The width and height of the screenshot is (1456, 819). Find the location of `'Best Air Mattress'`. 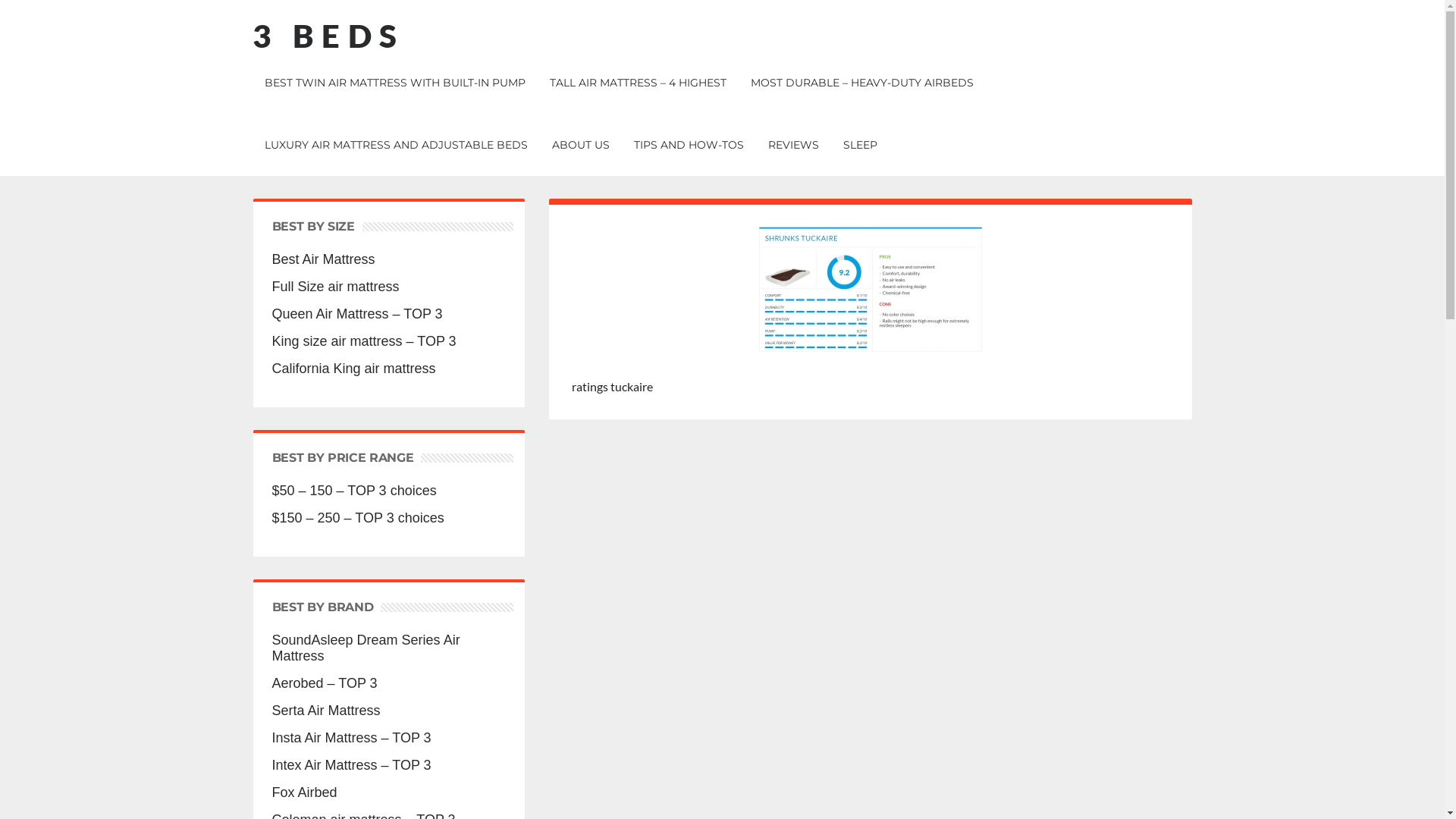

'Best Air Mattress' is located at coordinates (388, 259).